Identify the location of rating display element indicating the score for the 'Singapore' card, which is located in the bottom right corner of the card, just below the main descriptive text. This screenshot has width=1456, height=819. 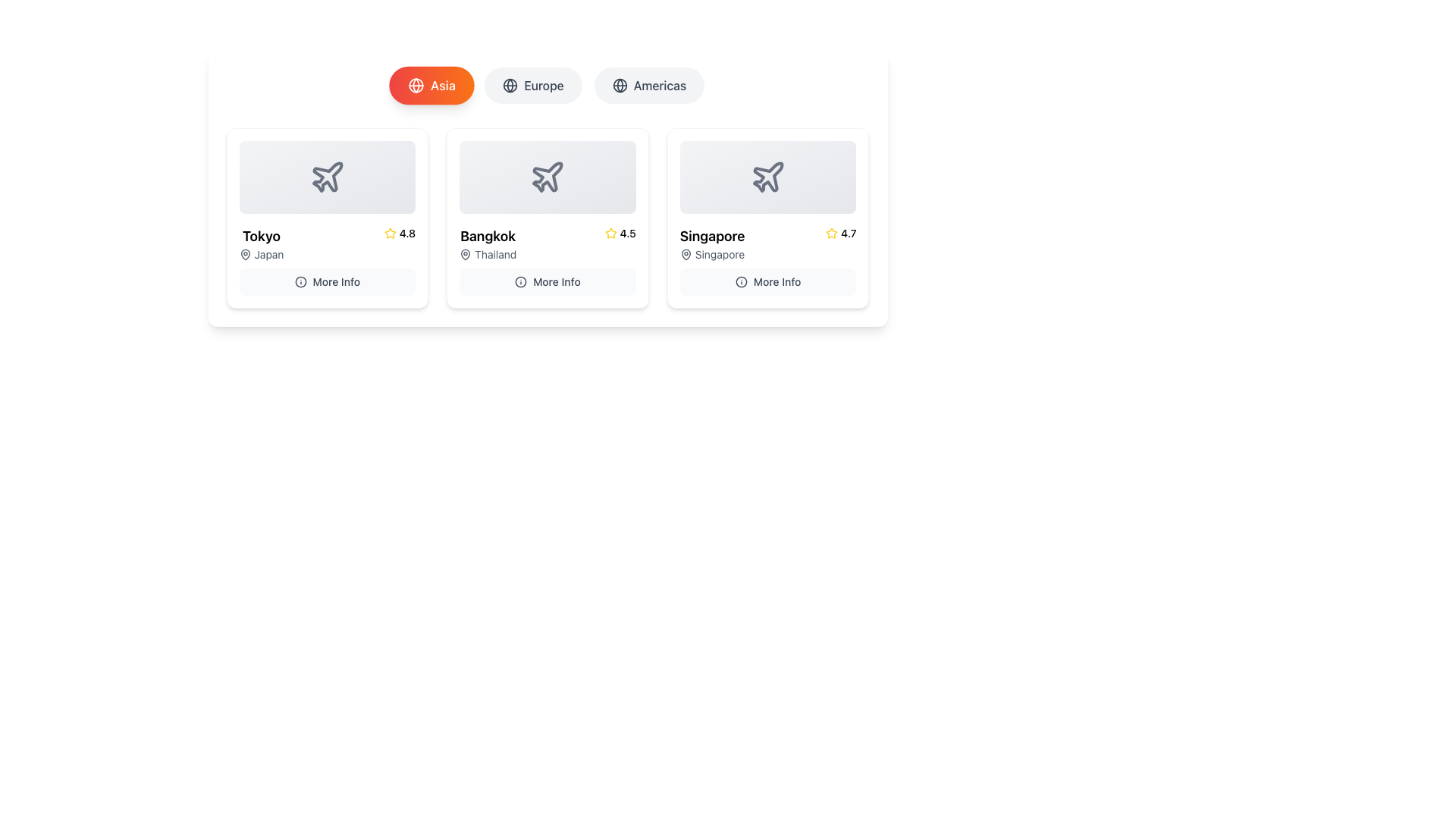
(840, 234).